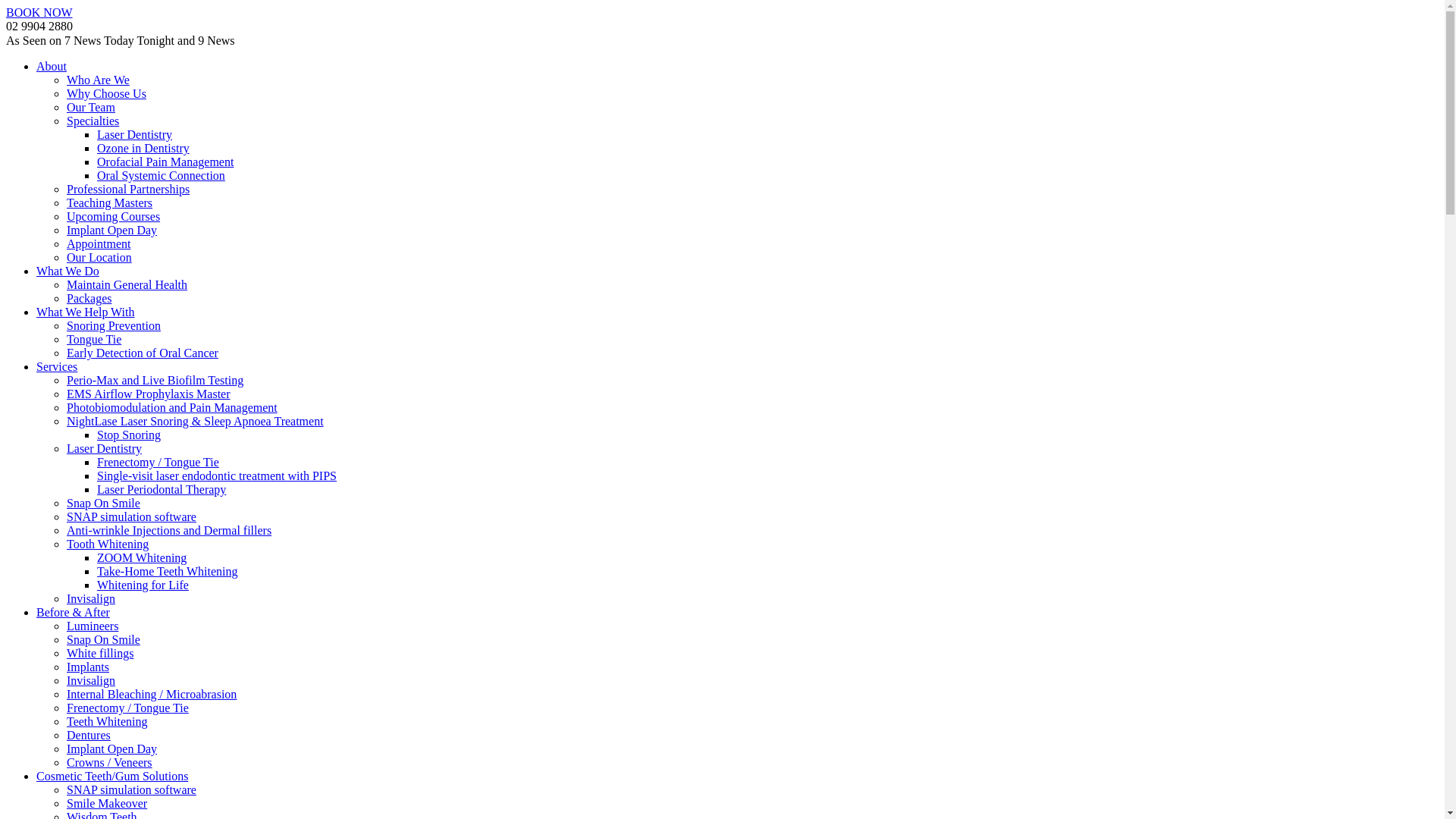 This screenshot has height=819, width=1456. Describe the element at coordinates (36, 311) in the screenshot. I see `'What We Help With'` at that location.